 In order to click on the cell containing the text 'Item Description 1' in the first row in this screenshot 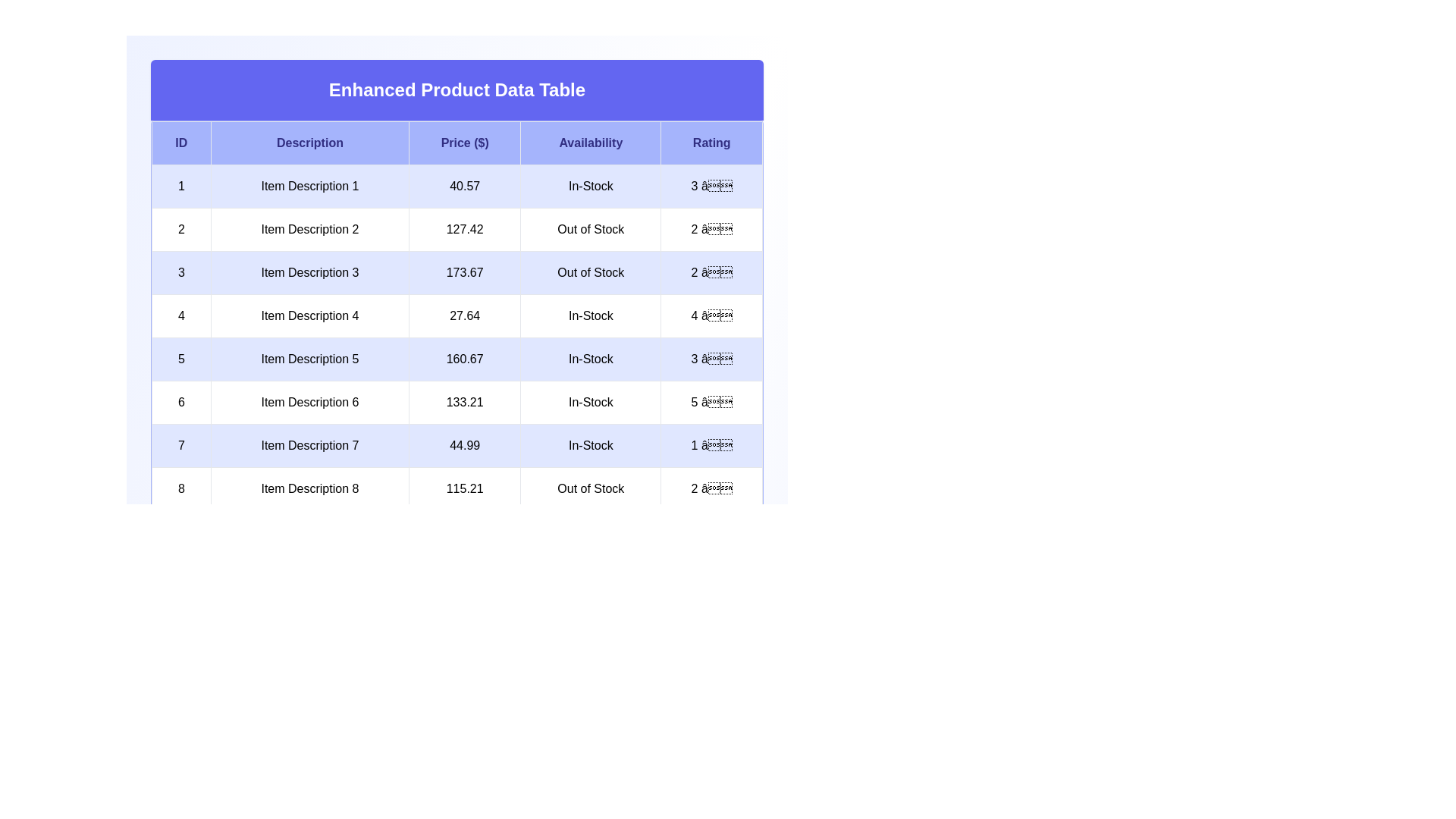, I will do `click(309, 186)`.